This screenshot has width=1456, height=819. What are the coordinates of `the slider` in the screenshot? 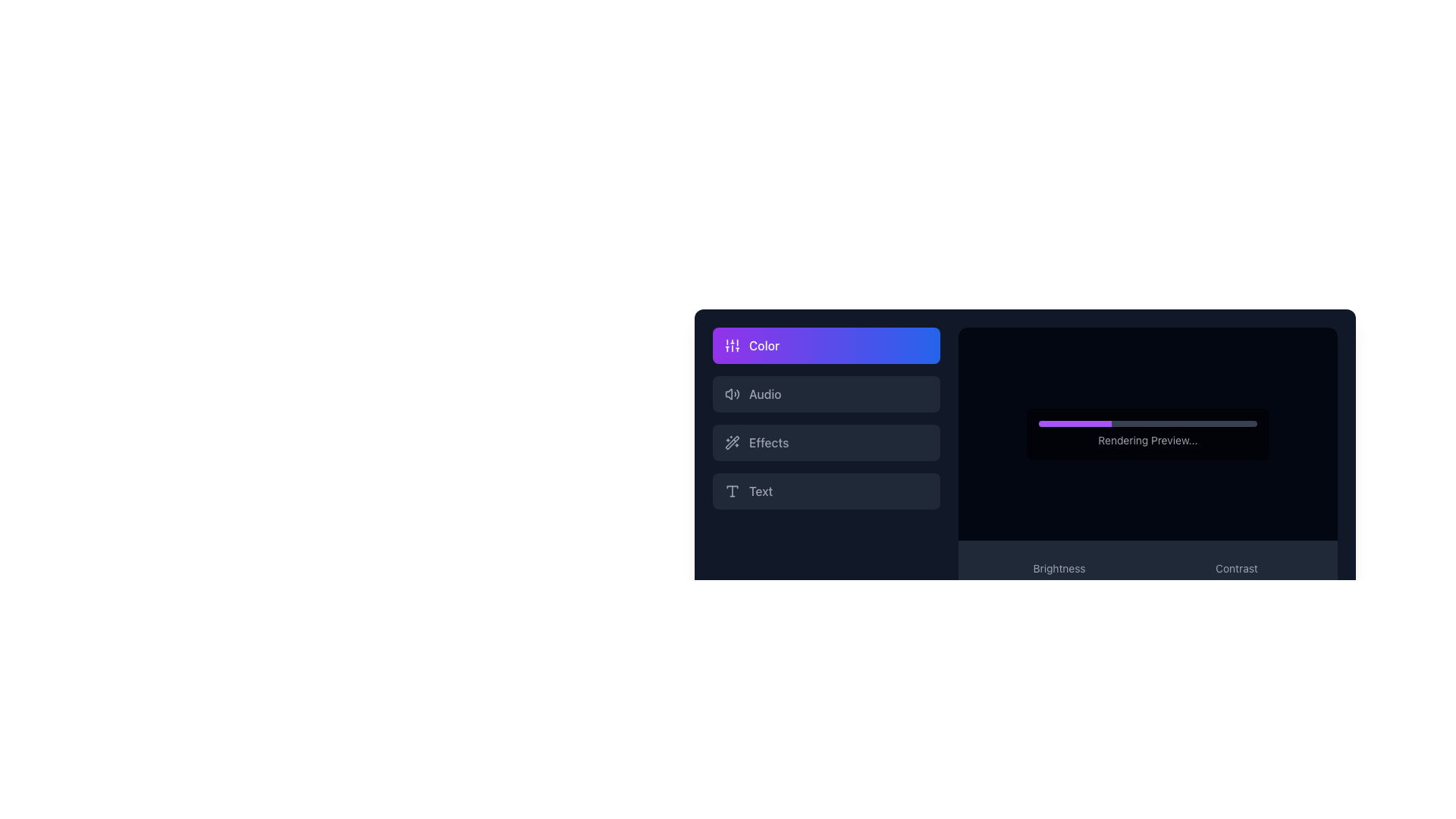 It's located at (1045, 588).